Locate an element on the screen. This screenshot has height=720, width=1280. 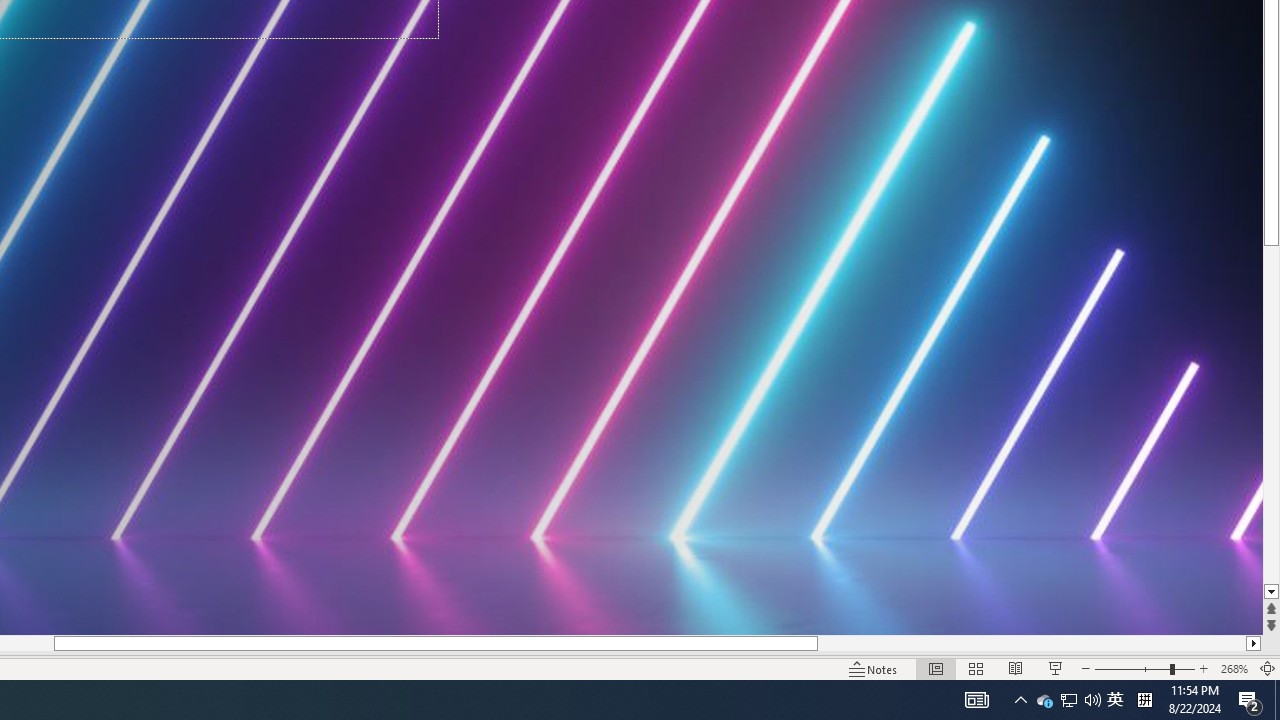
'Zoom 268%' is located at coordinates (1233, 669).